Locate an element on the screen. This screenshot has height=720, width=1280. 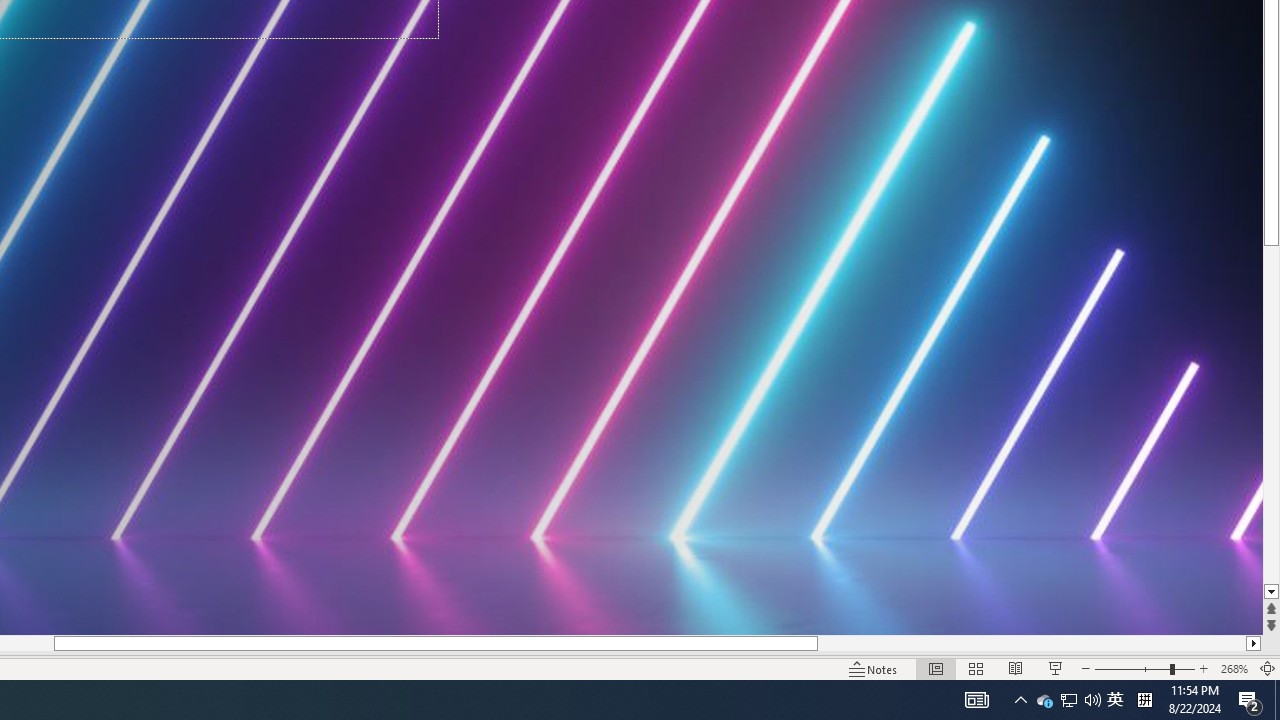
'Zoom 268%' is located at coordinates (1233, 669).